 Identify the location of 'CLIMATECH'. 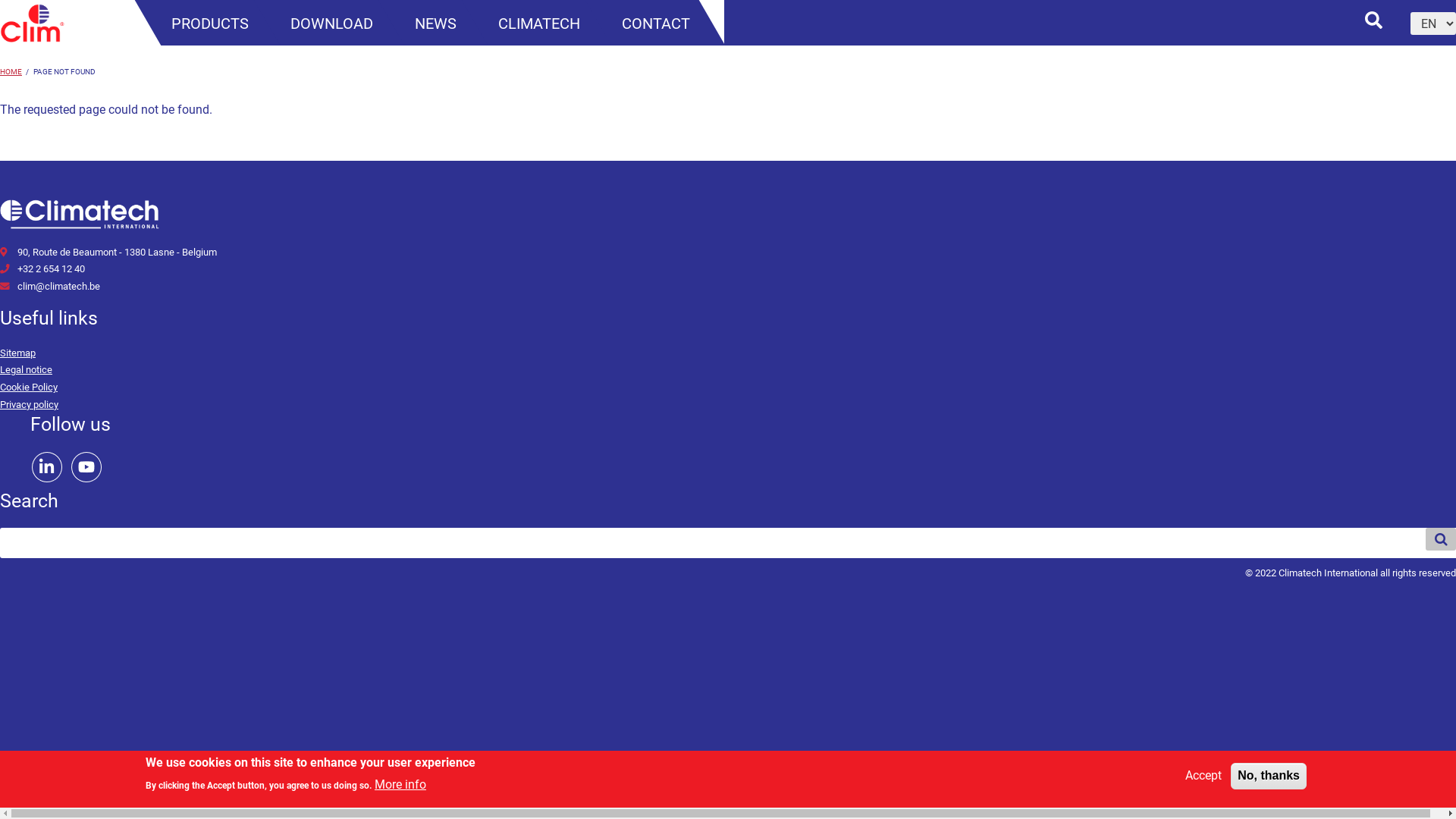
(538, 24).